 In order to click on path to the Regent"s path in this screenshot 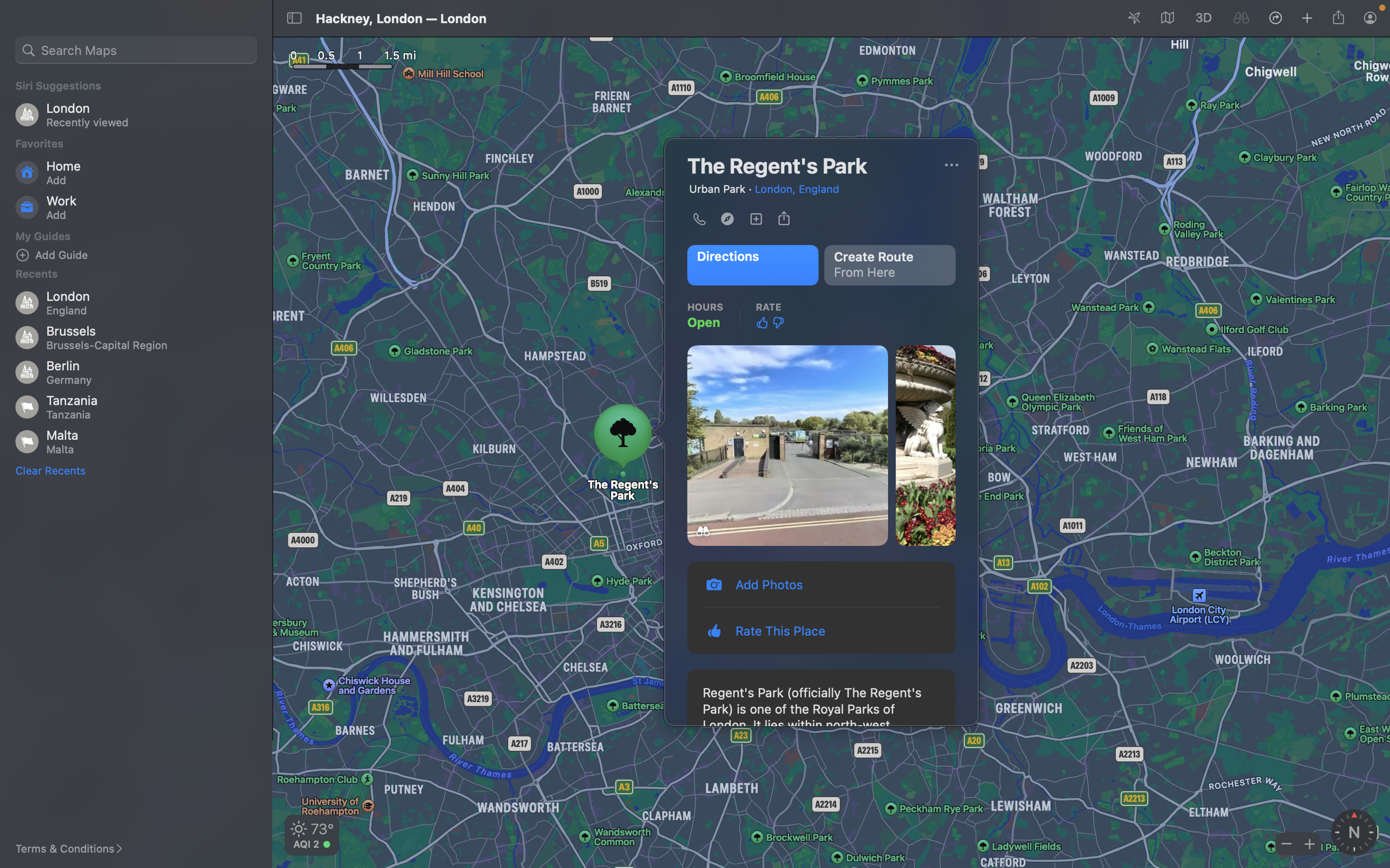, I will do `click(751, 265)`.